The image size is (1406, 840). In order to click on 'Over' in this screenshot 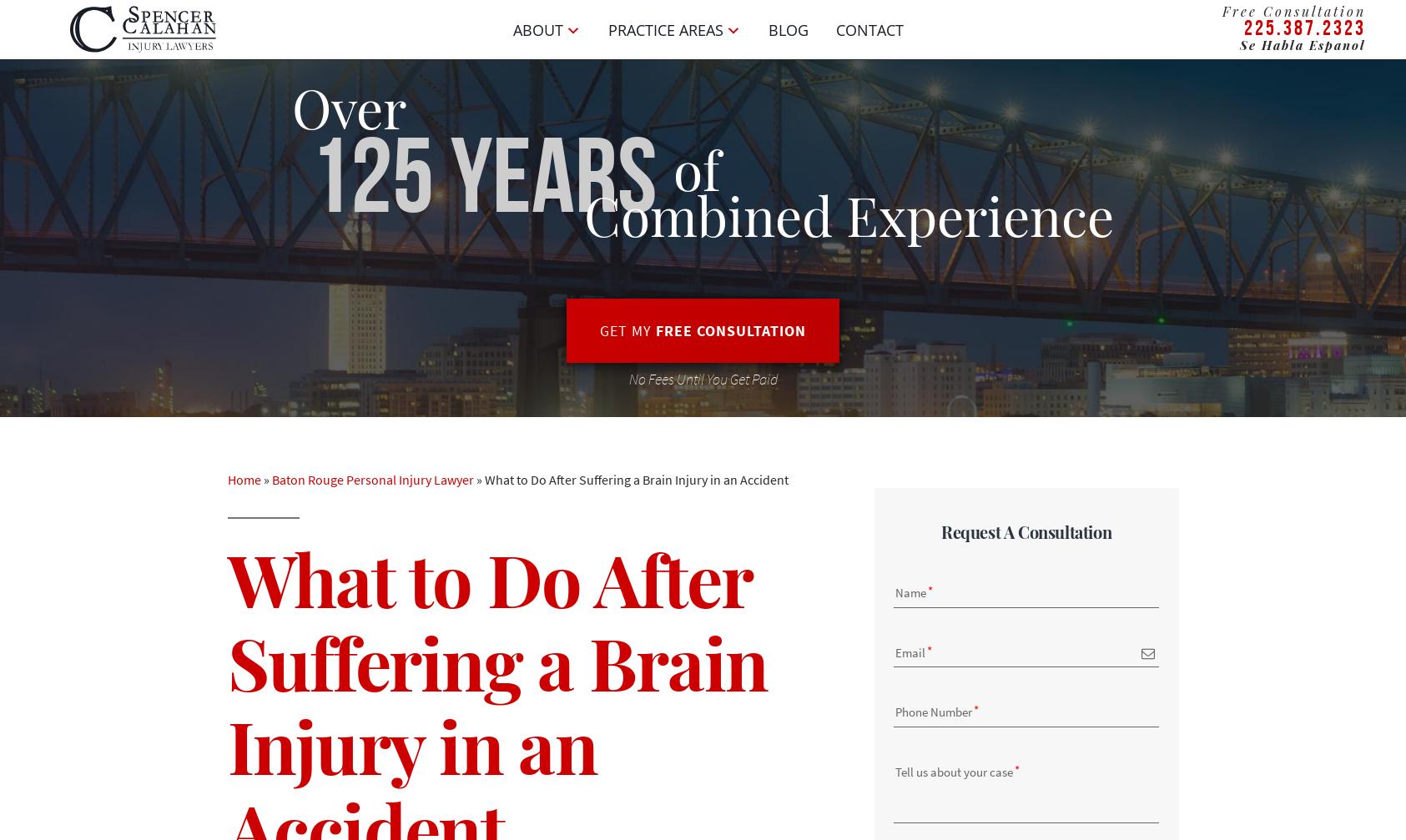, I will do `click(348, 107)`.